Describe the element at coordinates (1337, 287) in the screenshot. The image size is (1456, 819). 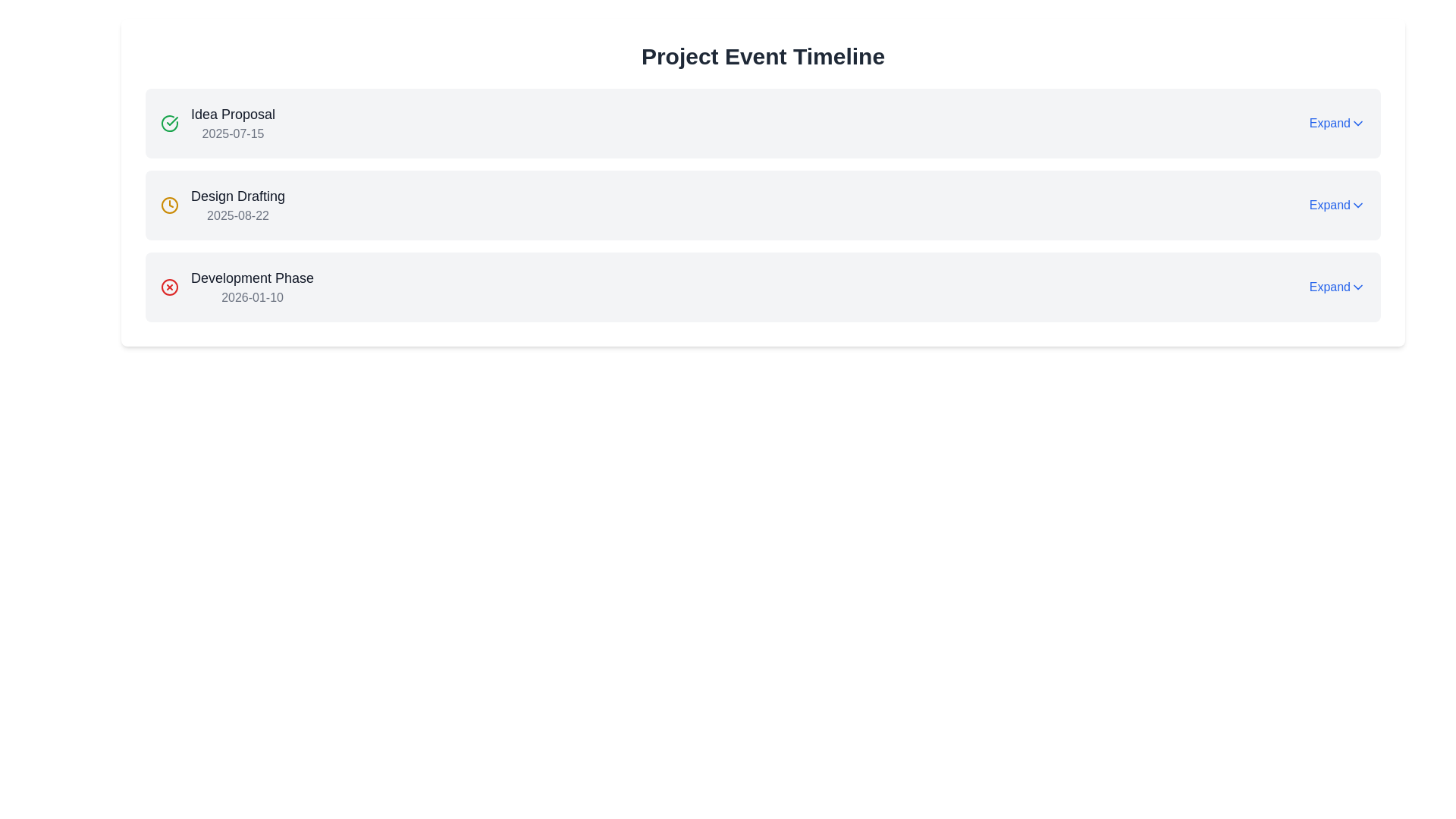
I see `the third 'Expand' button styled in blue, labeled 'Expand', located on the right side of the 'Development Phase' timeline item` at that location.